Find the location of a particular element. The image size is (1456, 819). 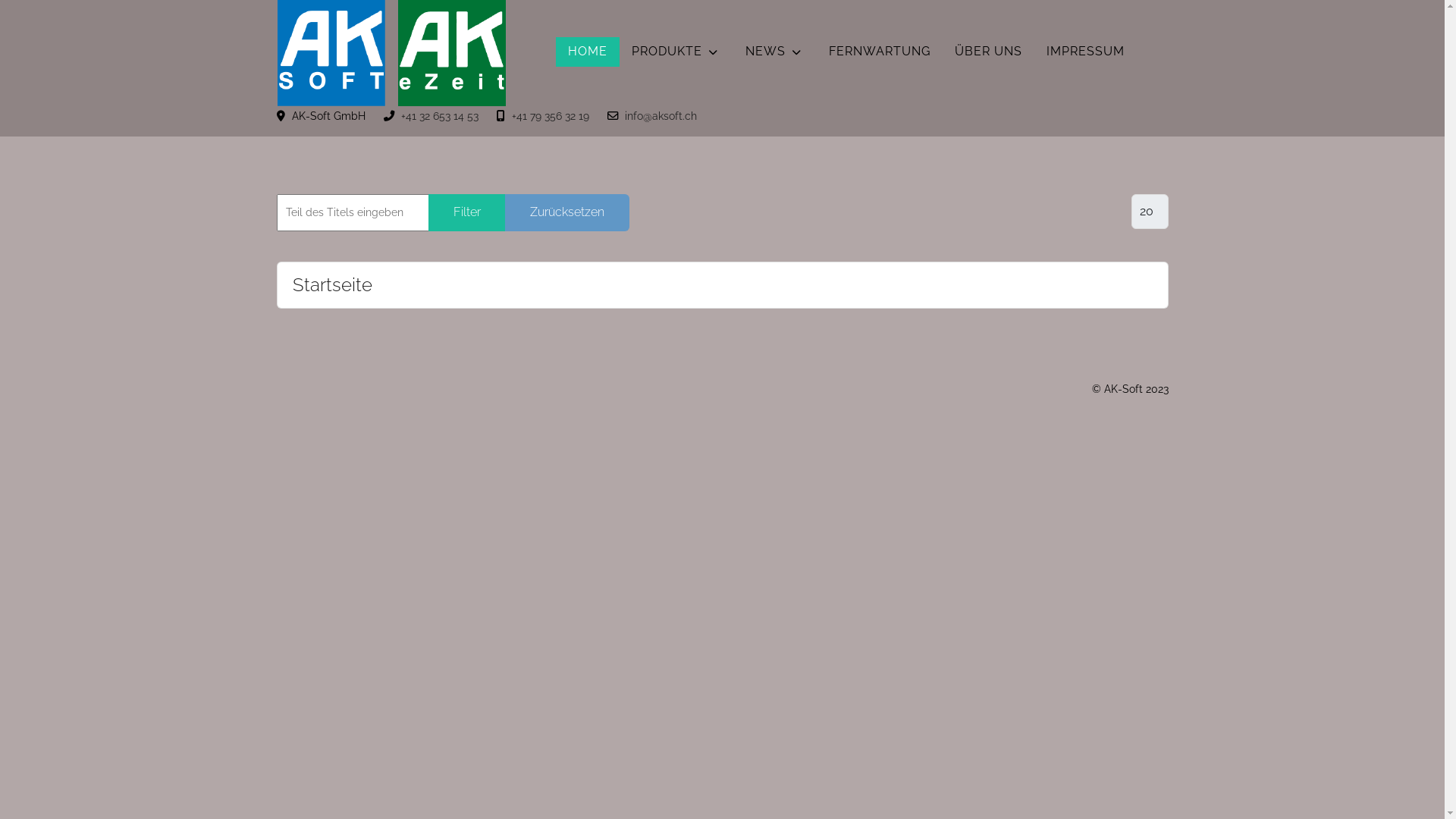

'+41 79 356 32 19' is located at coordinates (548, 115).